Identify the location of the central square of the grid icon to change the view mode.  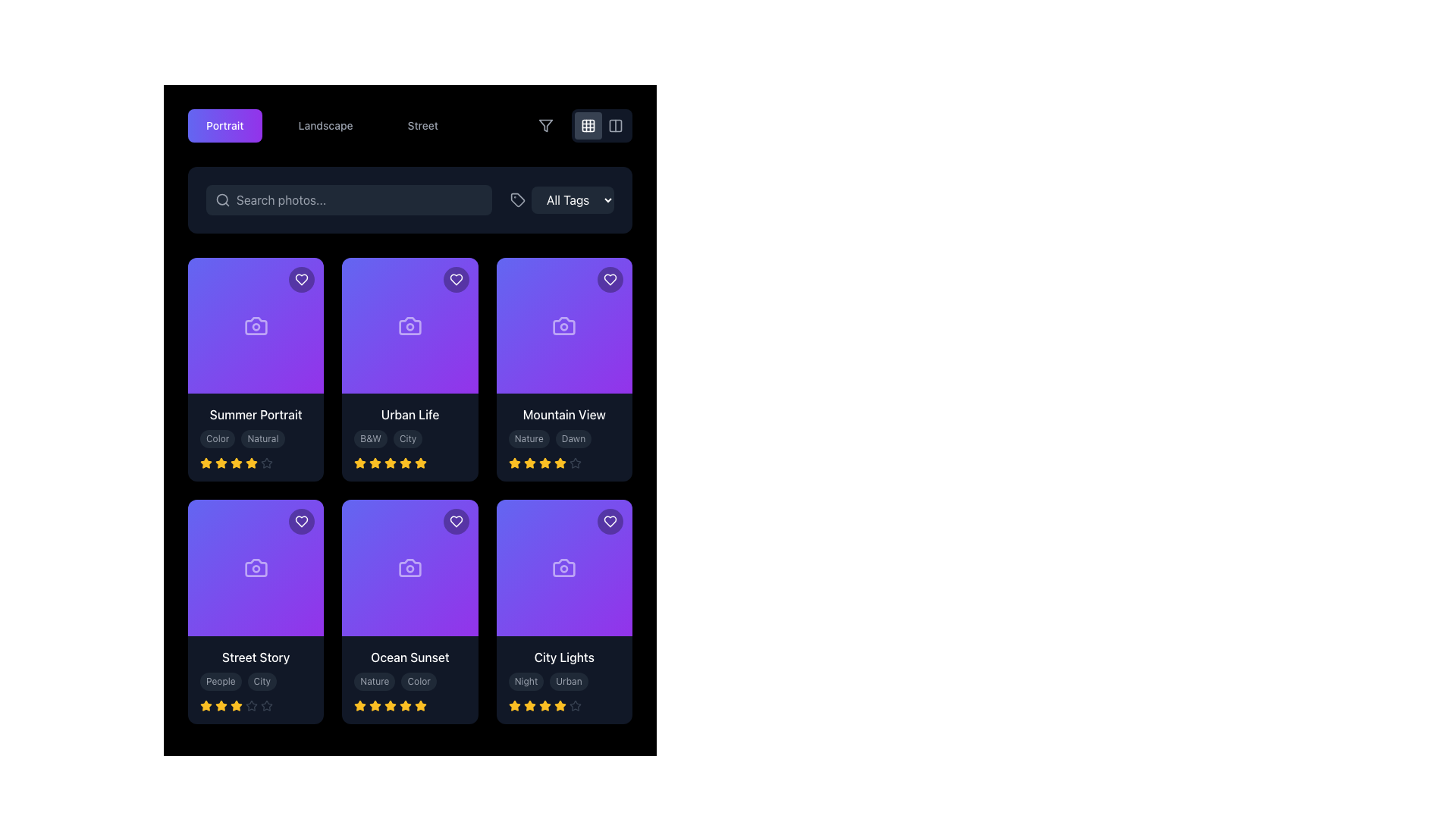
(588, 124).